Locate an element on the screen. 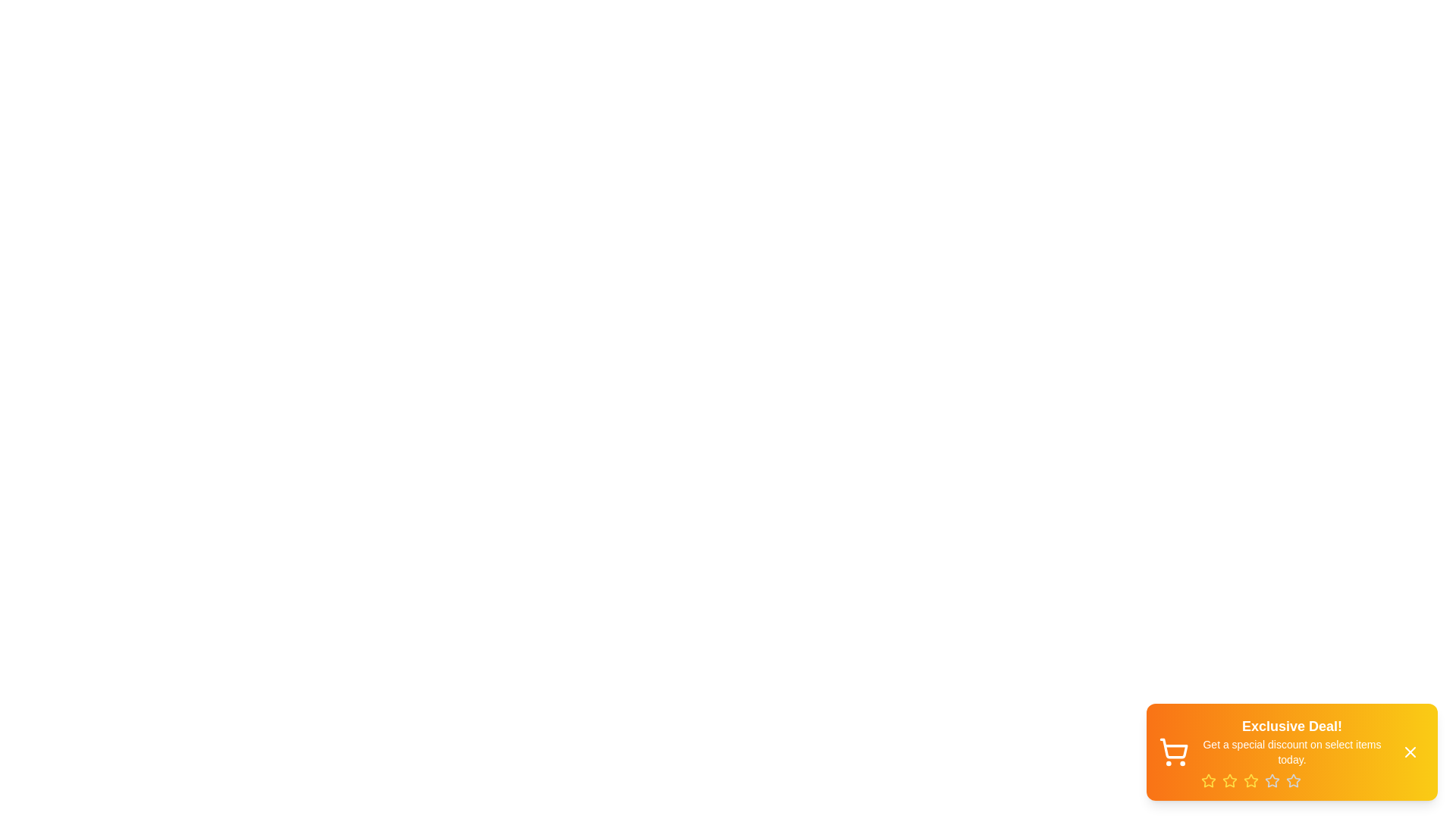 Image resolution: width=1456 pixels, height=819 pixels. the close button to dismiss the snackbar is located at coordinates (1410, 752).